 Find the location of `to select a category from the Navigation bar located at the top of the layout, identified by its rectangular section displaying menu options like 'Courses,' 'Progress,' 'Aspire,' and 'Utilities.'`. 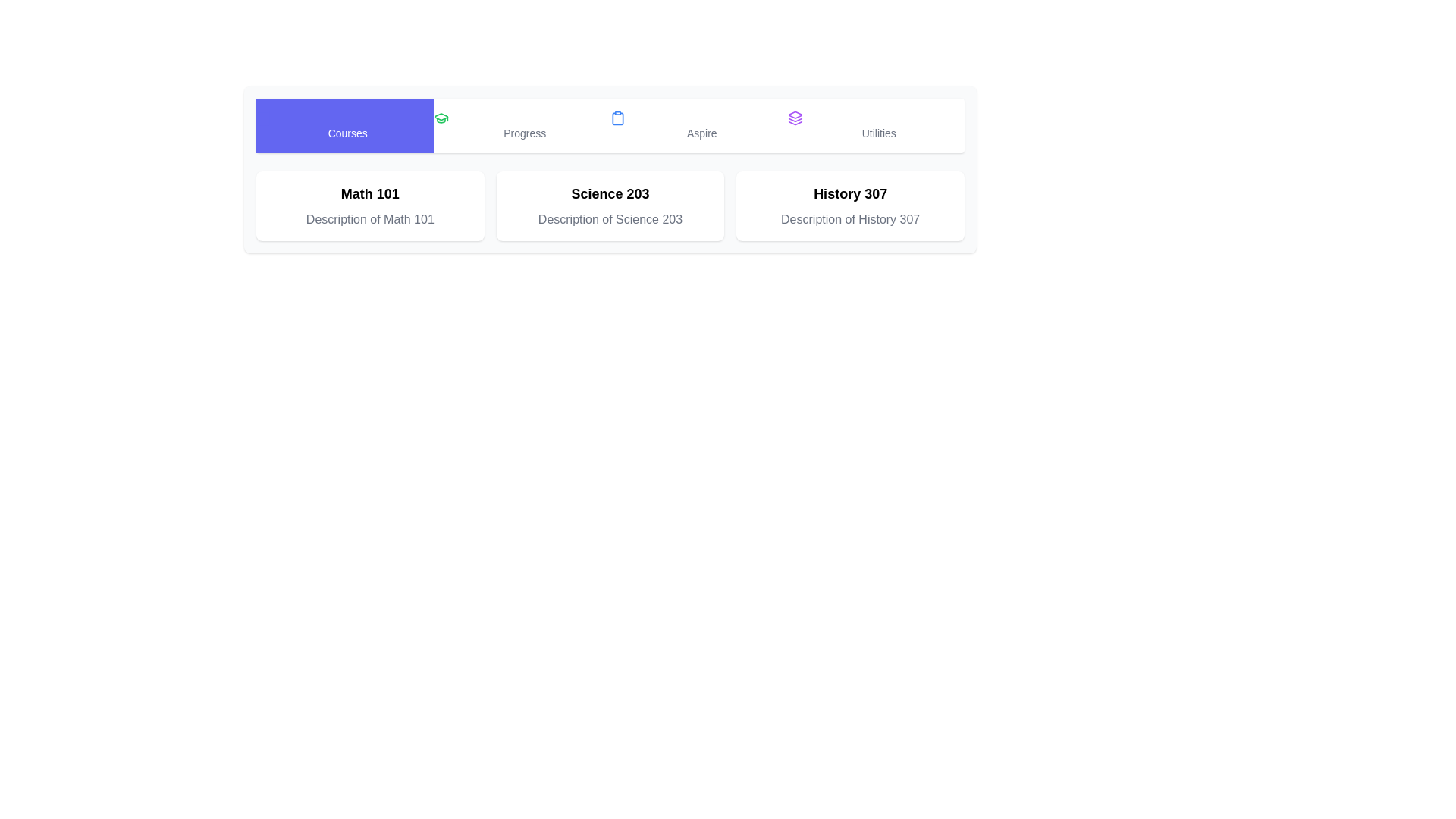

to select a category from the Navigation bar located at the top of the layout, identified by its rectangular section displaying menu options like 'Courses,' 'Progress,' 'Aspire,' and 'Utilities.' is located at coordinates (610, 124).